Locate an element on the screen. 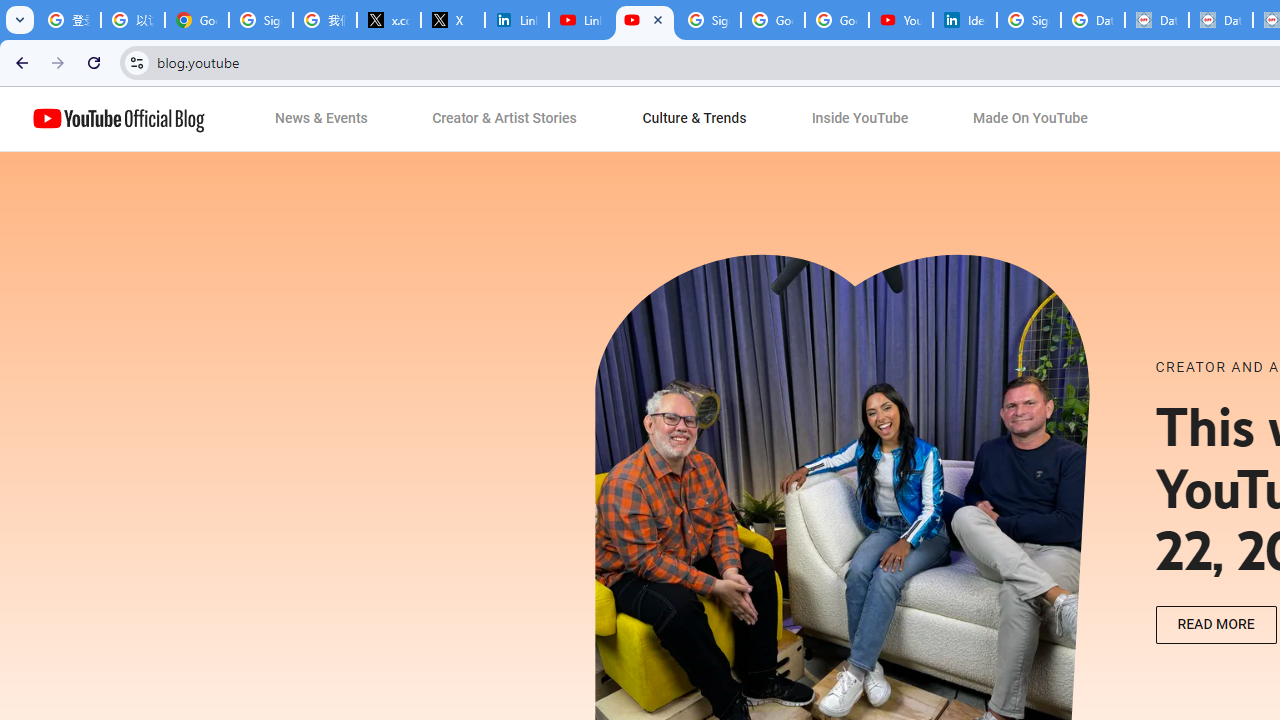 The height and width of the screenshot is (720, 1280). 'Inside YouTube' is located at coordinates (860, 119).